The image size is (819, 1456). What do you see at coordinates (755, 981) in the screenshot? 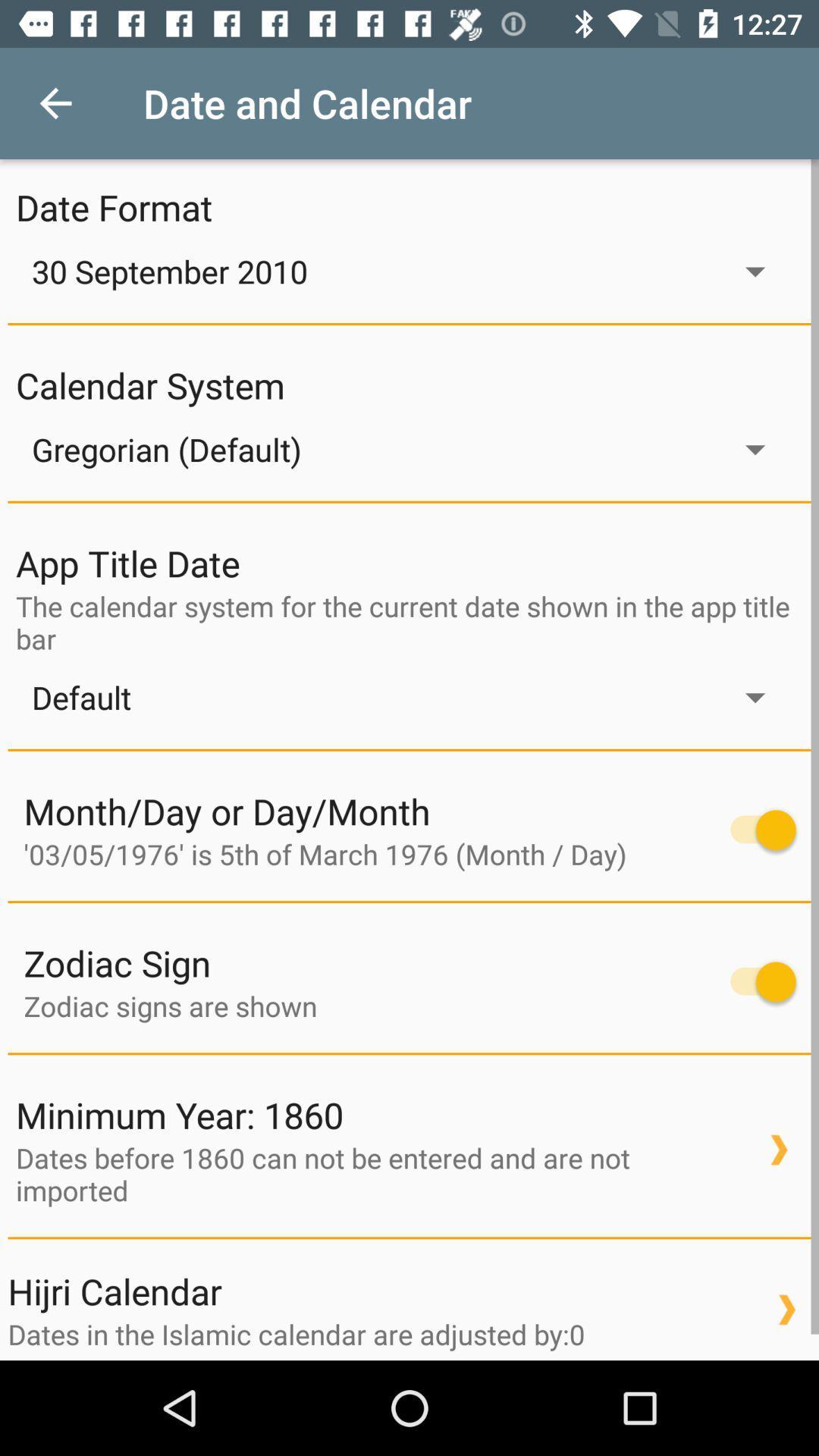
I see `autoplay option` at bounding box center [755, 981].